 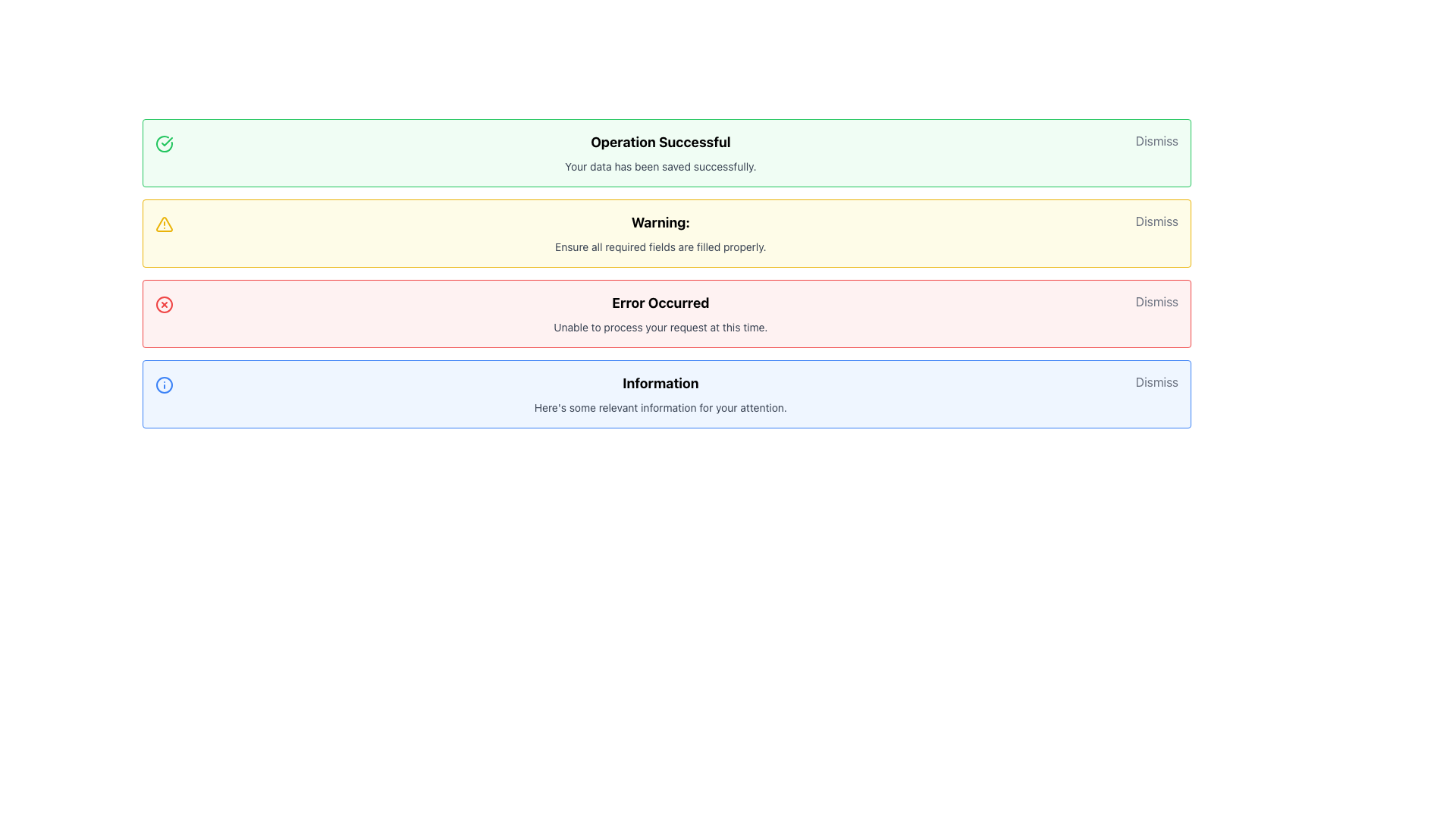 I want to click on the success completion icon located at the top-left corner of the green notification bar, so click(x=164, y=143).